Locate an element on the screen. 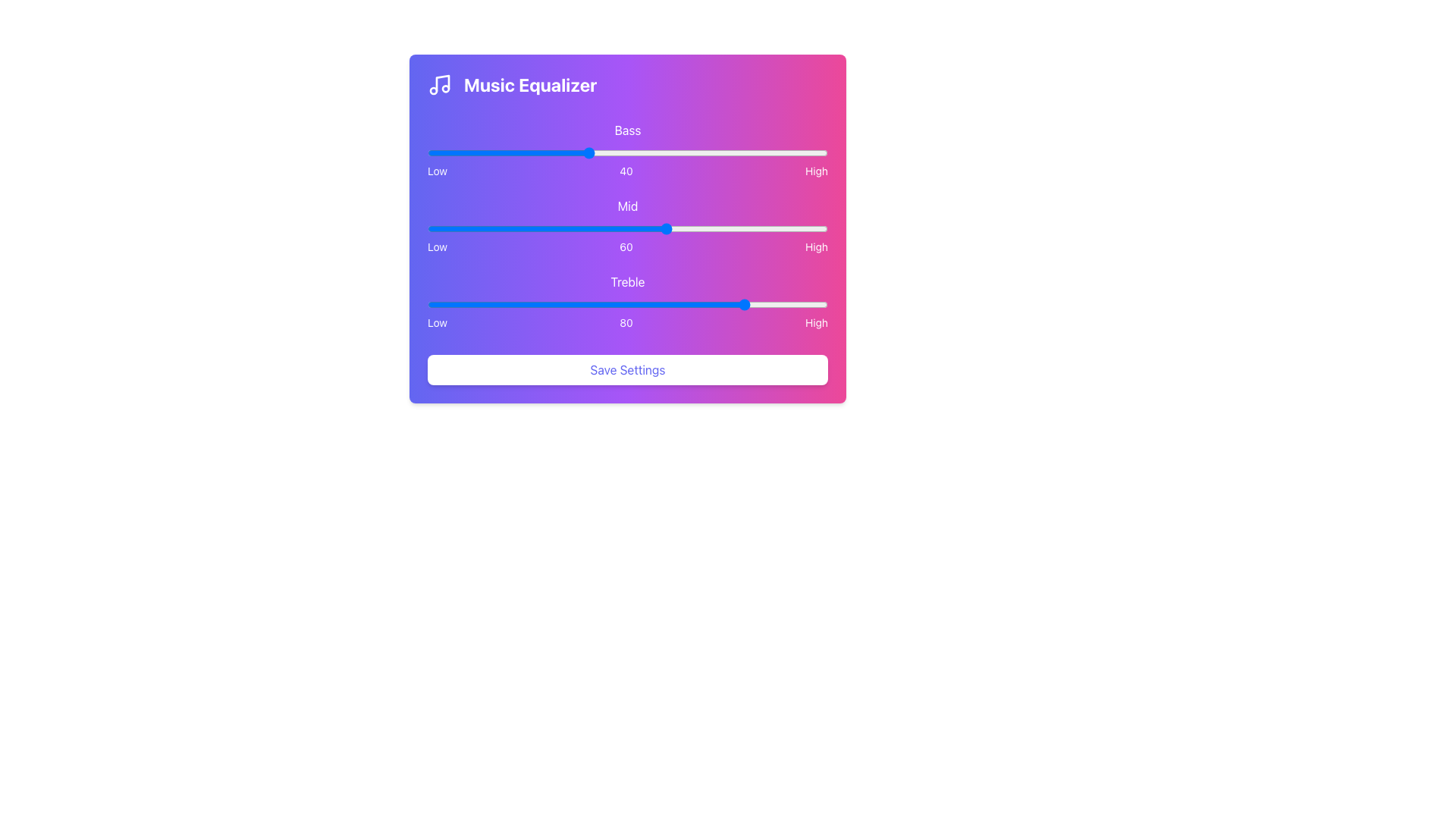 This screenshot has width=1456, height=819. the 'Mid' slider is located at coordinates (736, 228).